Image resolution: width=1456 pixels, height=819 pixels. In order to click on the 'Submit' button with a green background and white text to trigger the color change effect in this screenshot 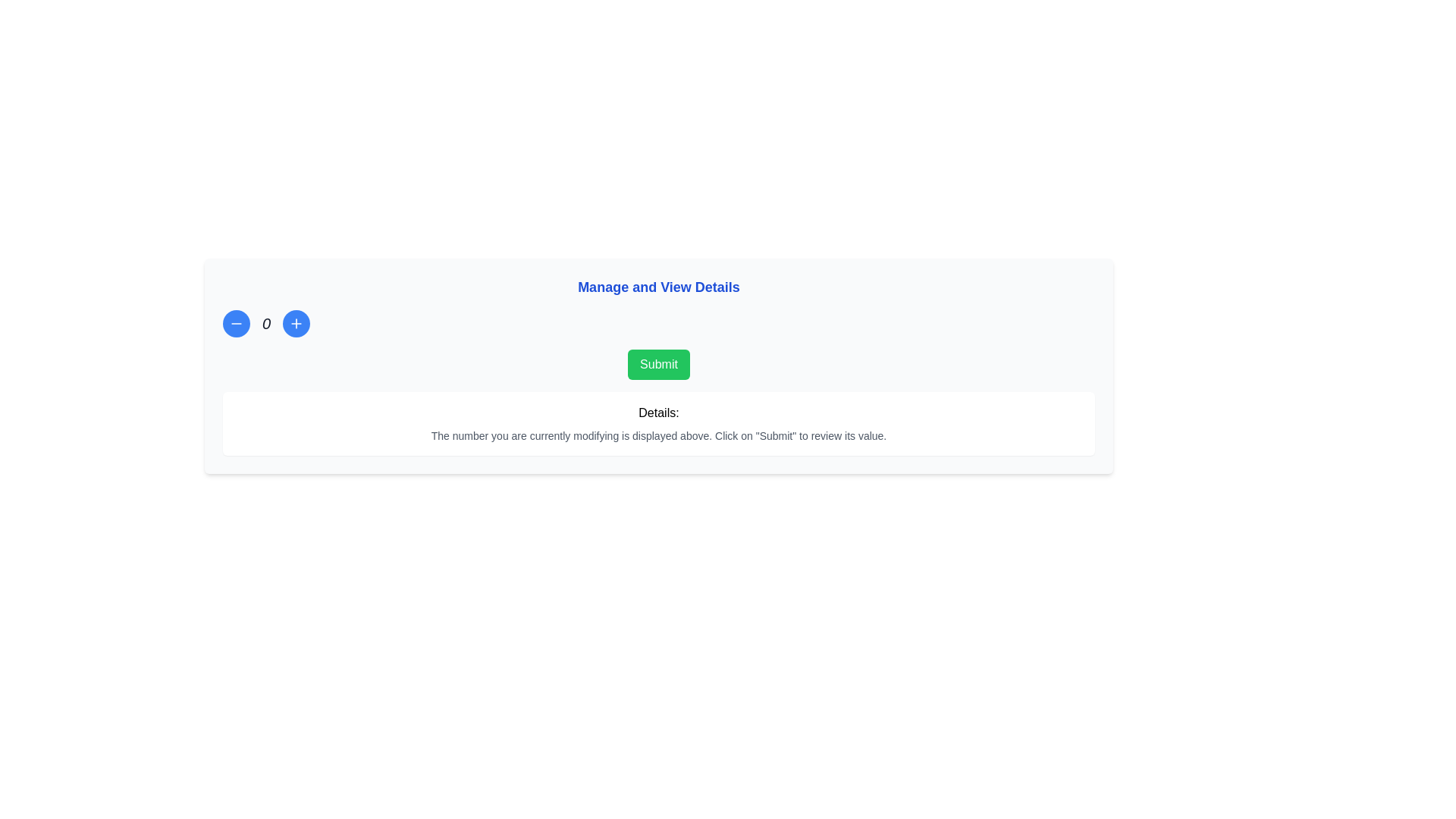, I will do `click(658, 365)`.